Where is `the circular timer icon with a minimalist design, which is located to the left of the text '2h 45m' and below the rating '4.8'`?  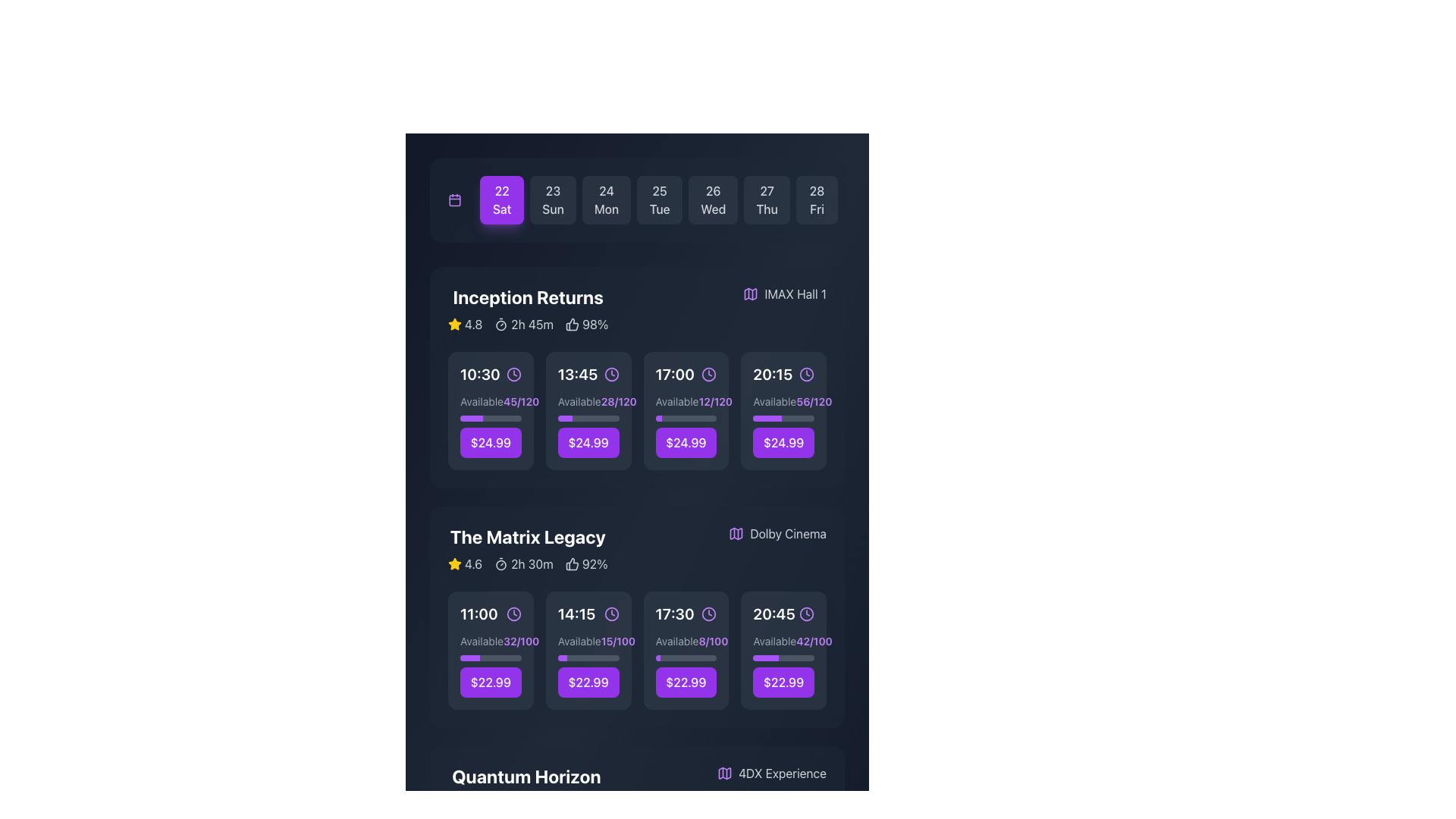
the circular timer icon with a minimalist design, which is located to the left of the text '2h 45m' and below the rating '4.8' is located at coordinates (501, 324).